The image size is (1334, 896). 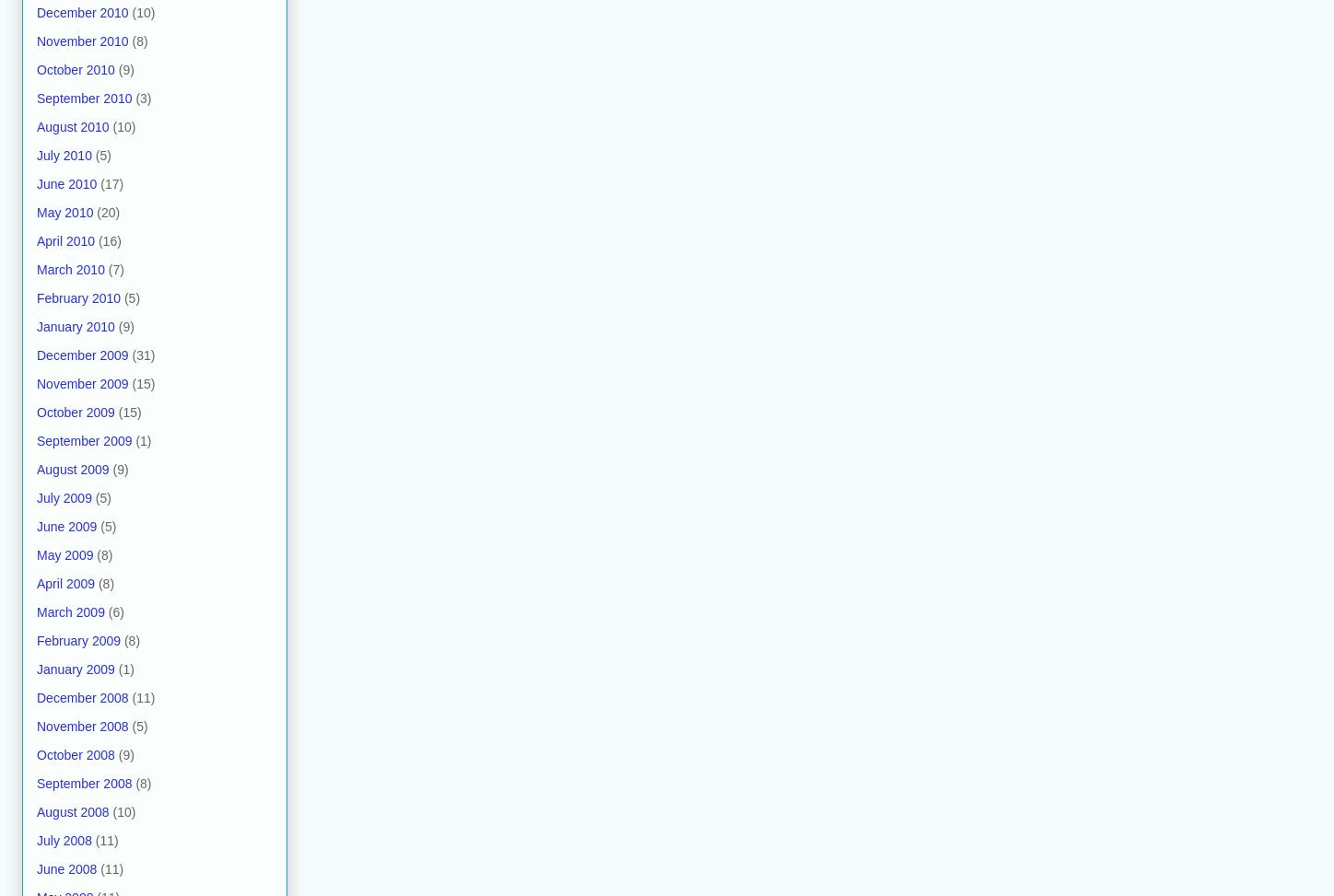 What do you see at coordinates (75, 324) in the screenshot?
I see `'January 2010'` at bounding box center [75, 324].